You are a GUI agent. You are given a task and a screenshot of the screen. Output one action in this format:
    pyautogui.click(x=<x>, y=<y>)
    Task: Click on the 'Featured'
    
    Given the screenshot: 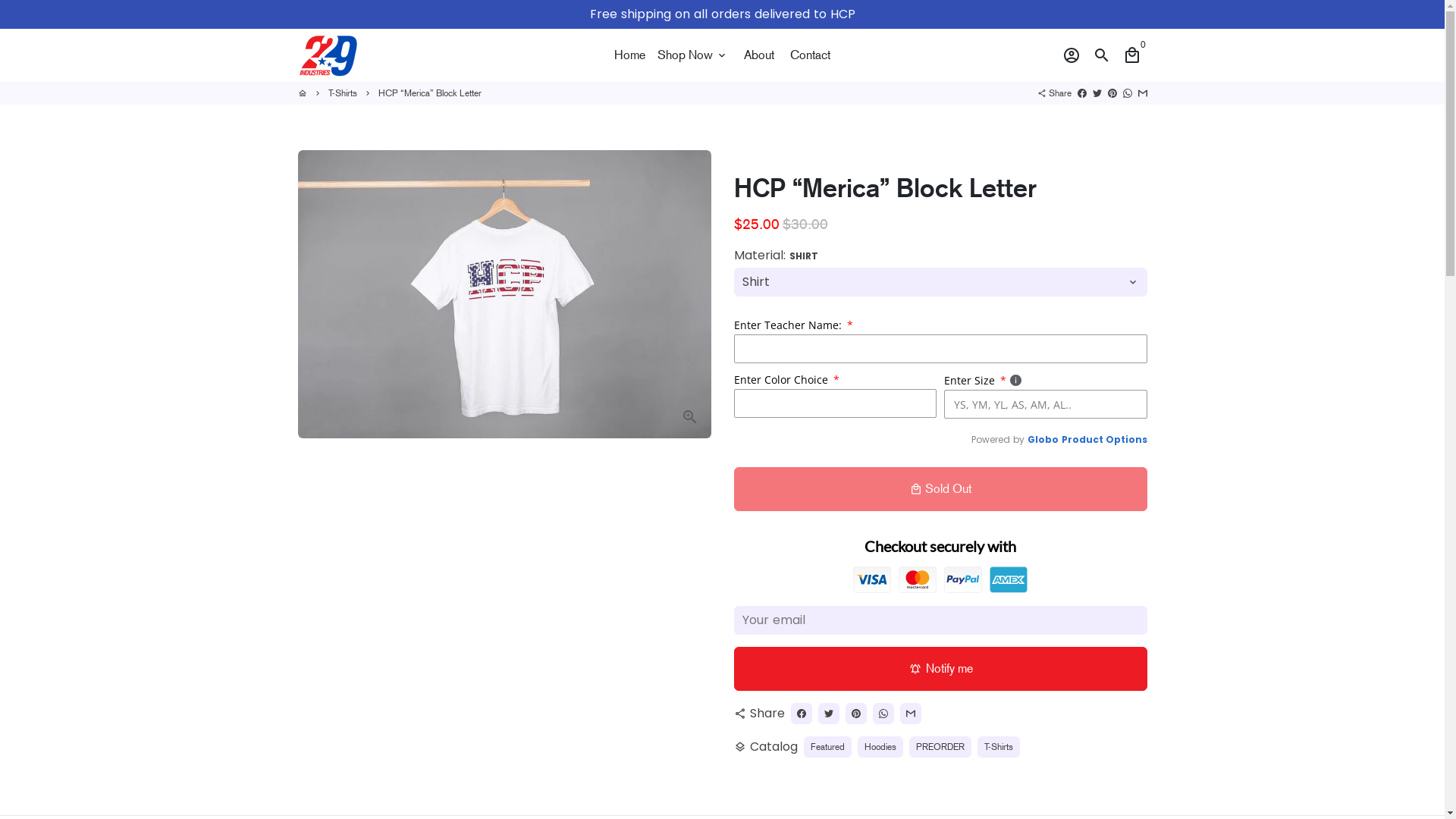 What is the action you would take?
    pyautogui.click(x=803, y=745)
    